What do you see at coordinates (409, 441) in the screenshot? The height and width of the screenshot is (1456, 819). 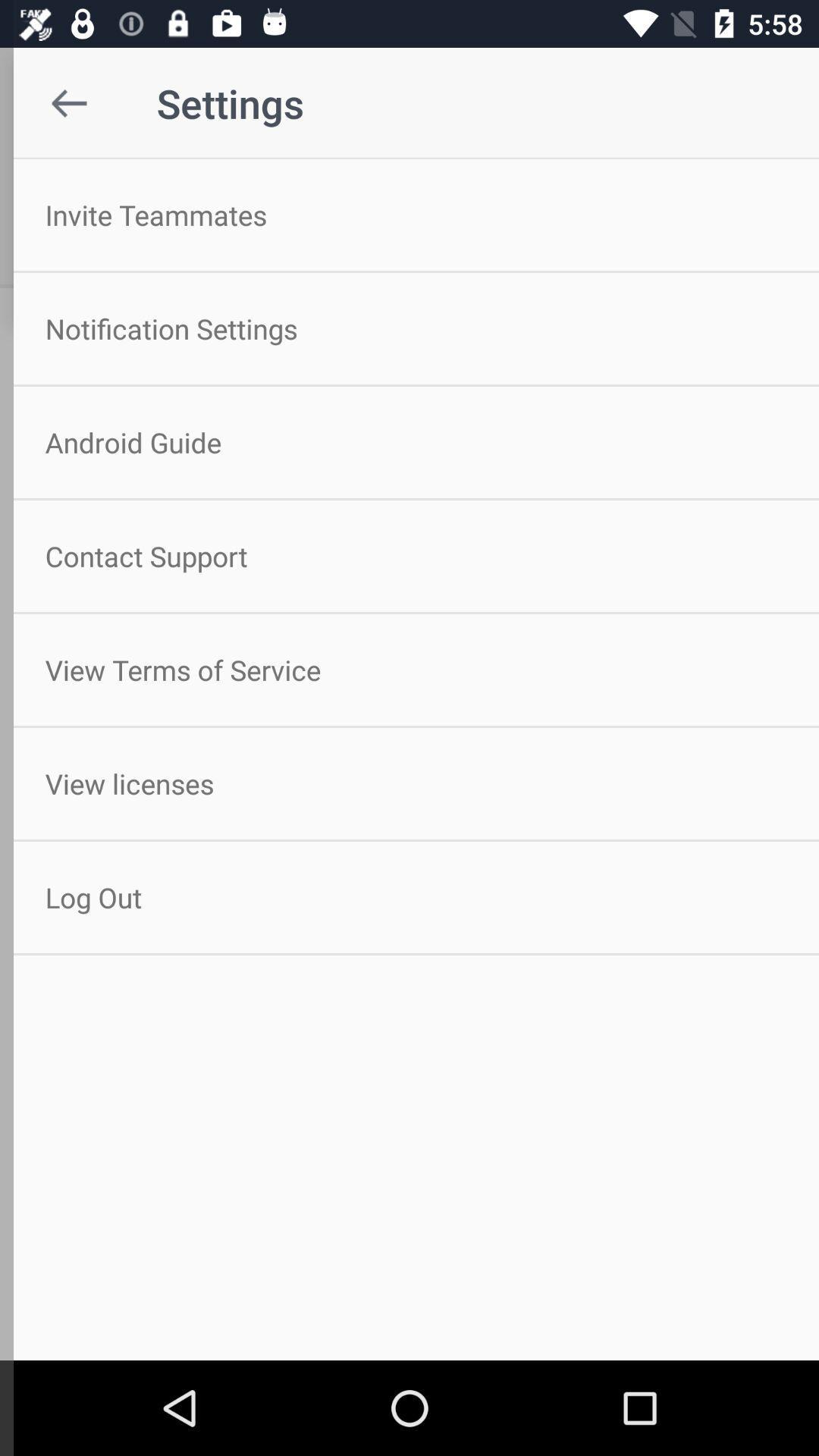 I see `the icon above contact support icon` at bounding box center [409, 441].